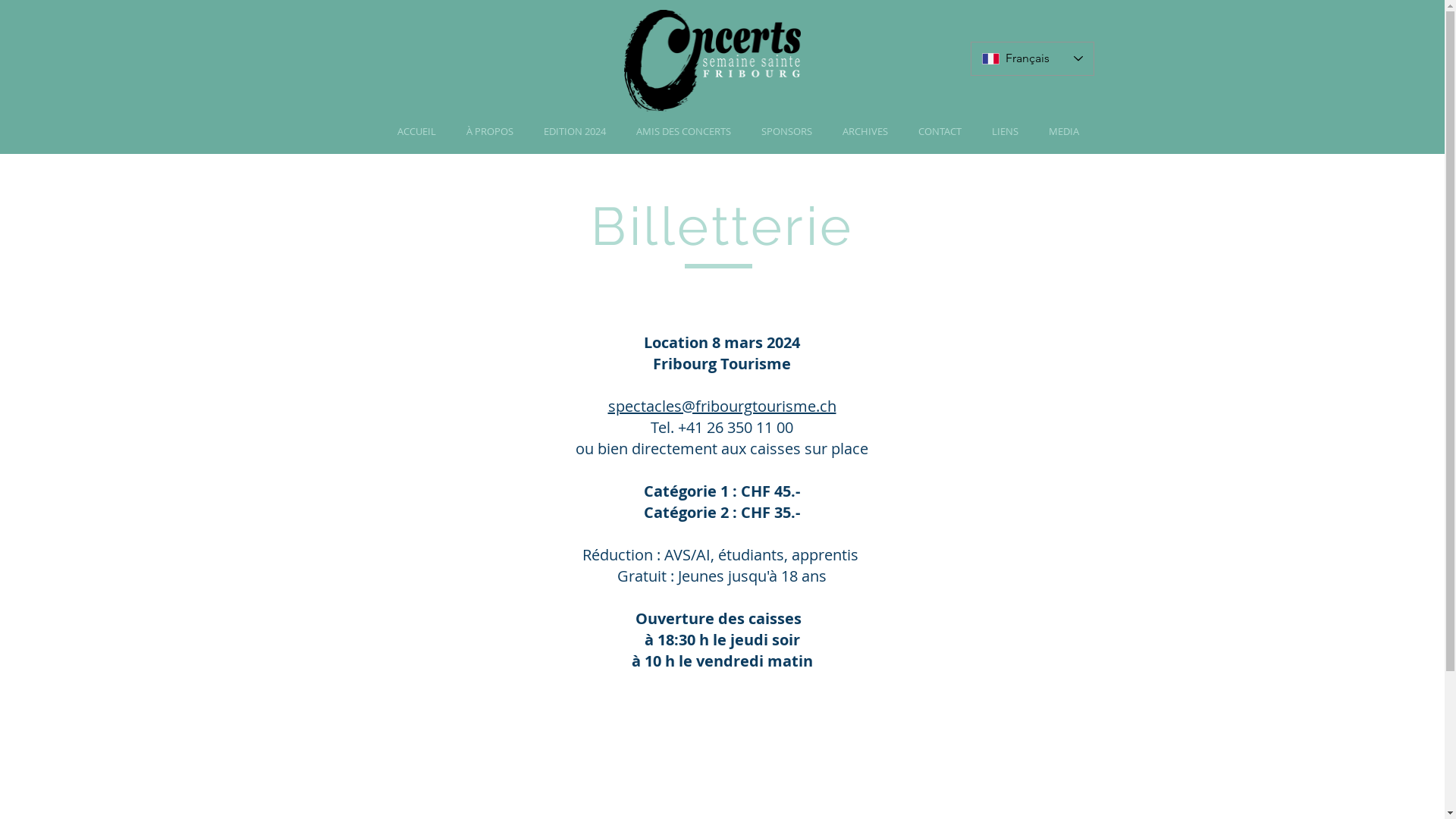 The width and height of the screenshot is (1456, 819). What do you see at coordinates (1032, 130) in the screenshot?
I see `'MEDIA'` at bounding box center [1032, 130].